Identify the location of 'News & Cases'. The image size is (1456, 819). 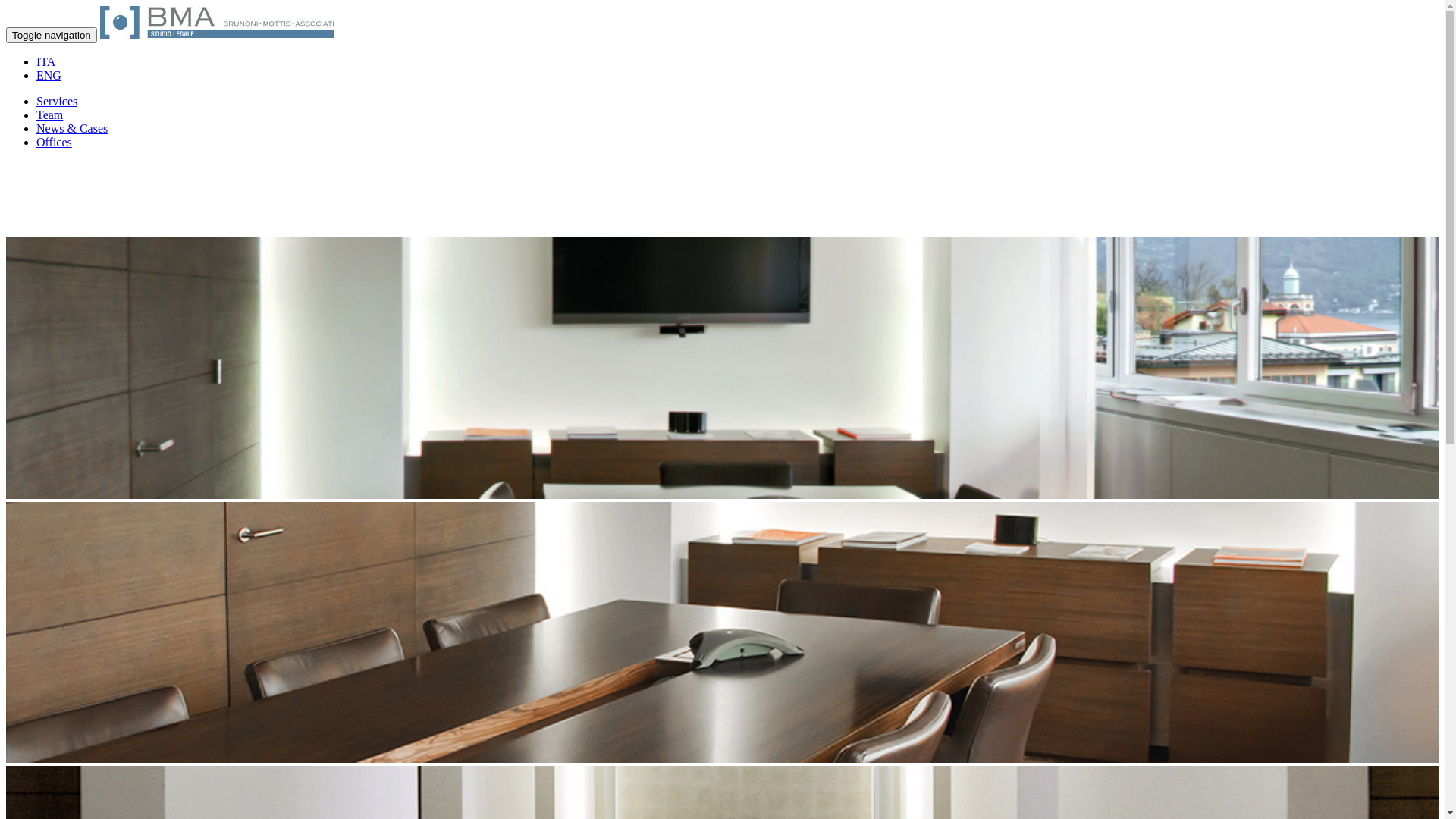
(71, 127).